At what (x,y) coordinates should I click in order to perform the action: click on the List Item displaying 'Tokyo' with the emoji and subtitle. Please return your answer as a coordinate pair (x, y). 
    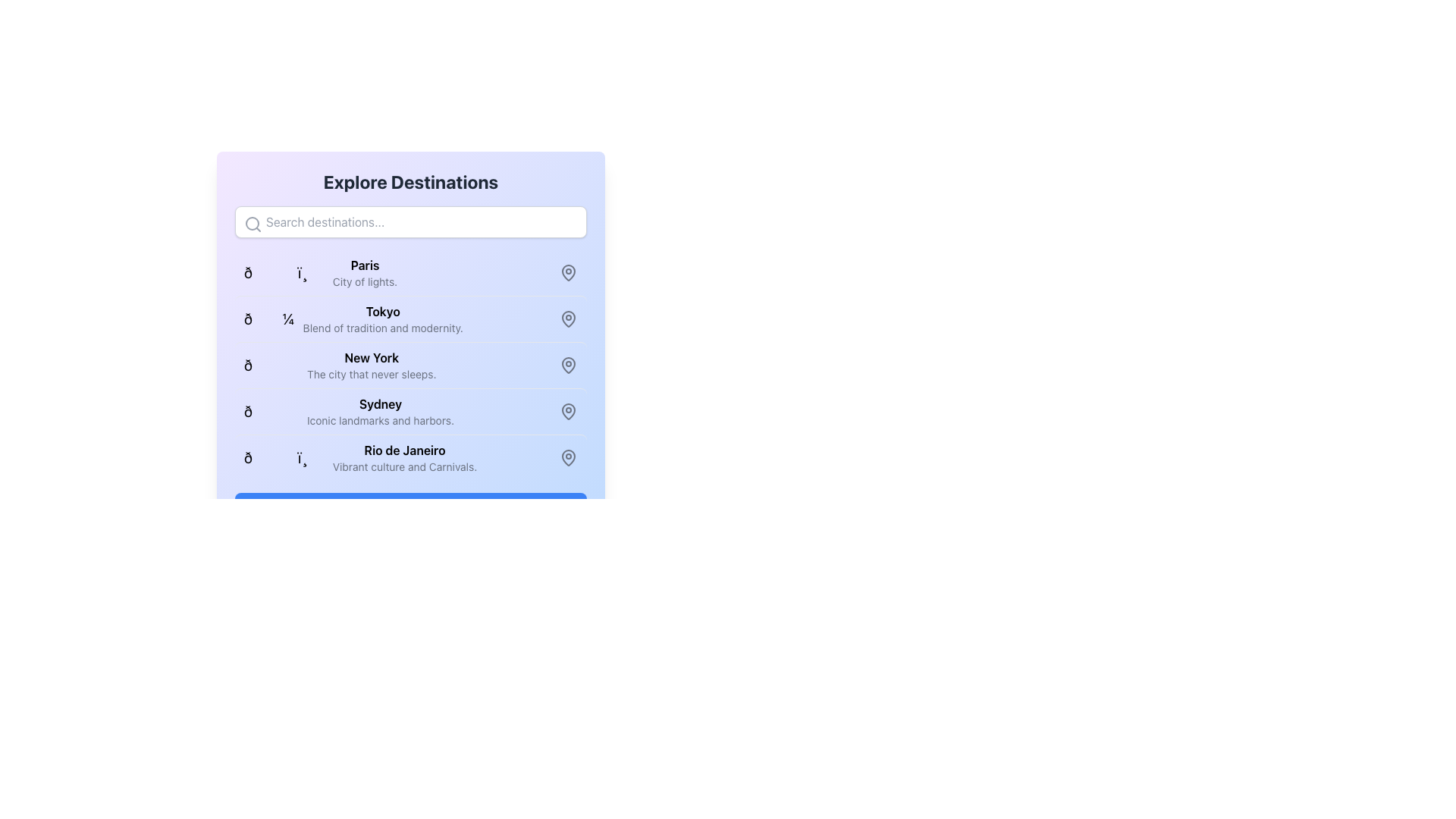
    Looking at the image, I should click on (353, 318).